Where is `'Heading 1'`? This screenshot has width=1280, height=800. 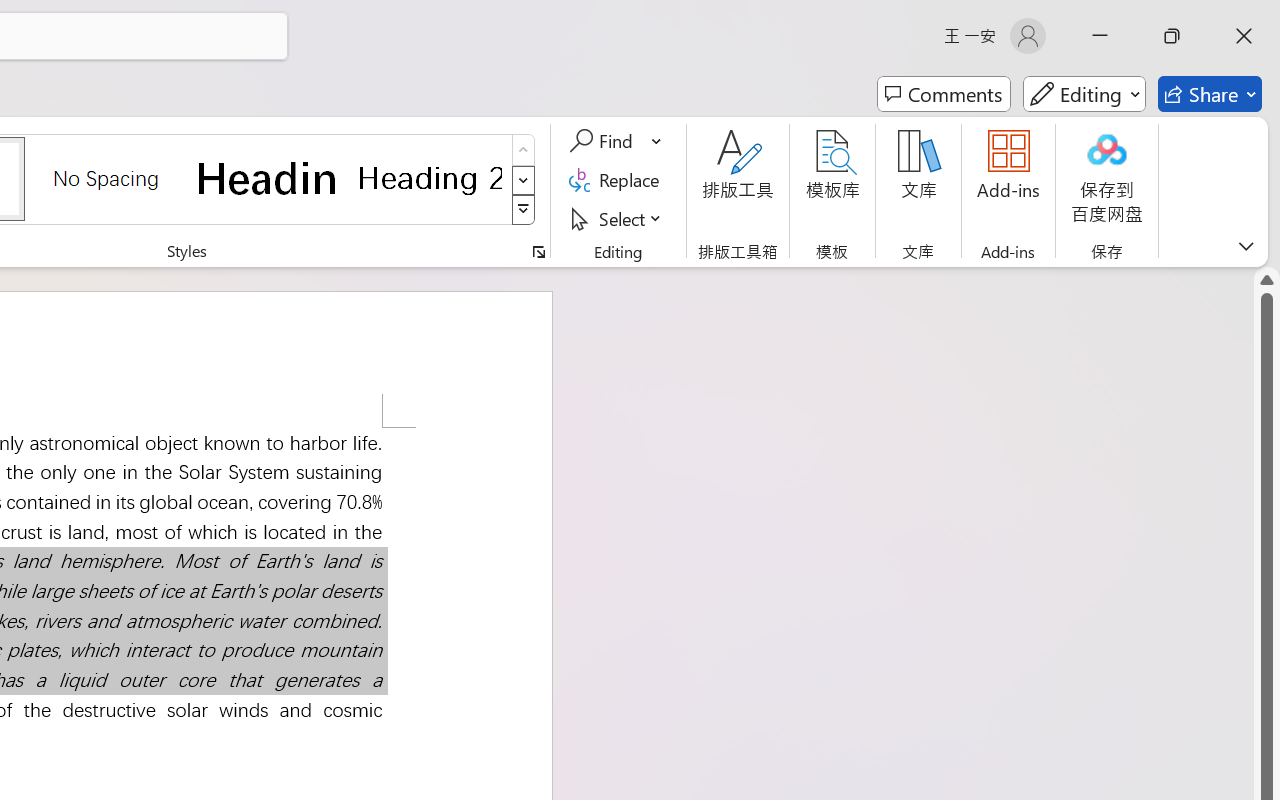
'Heading 1' is located at coordinates (267, 177).